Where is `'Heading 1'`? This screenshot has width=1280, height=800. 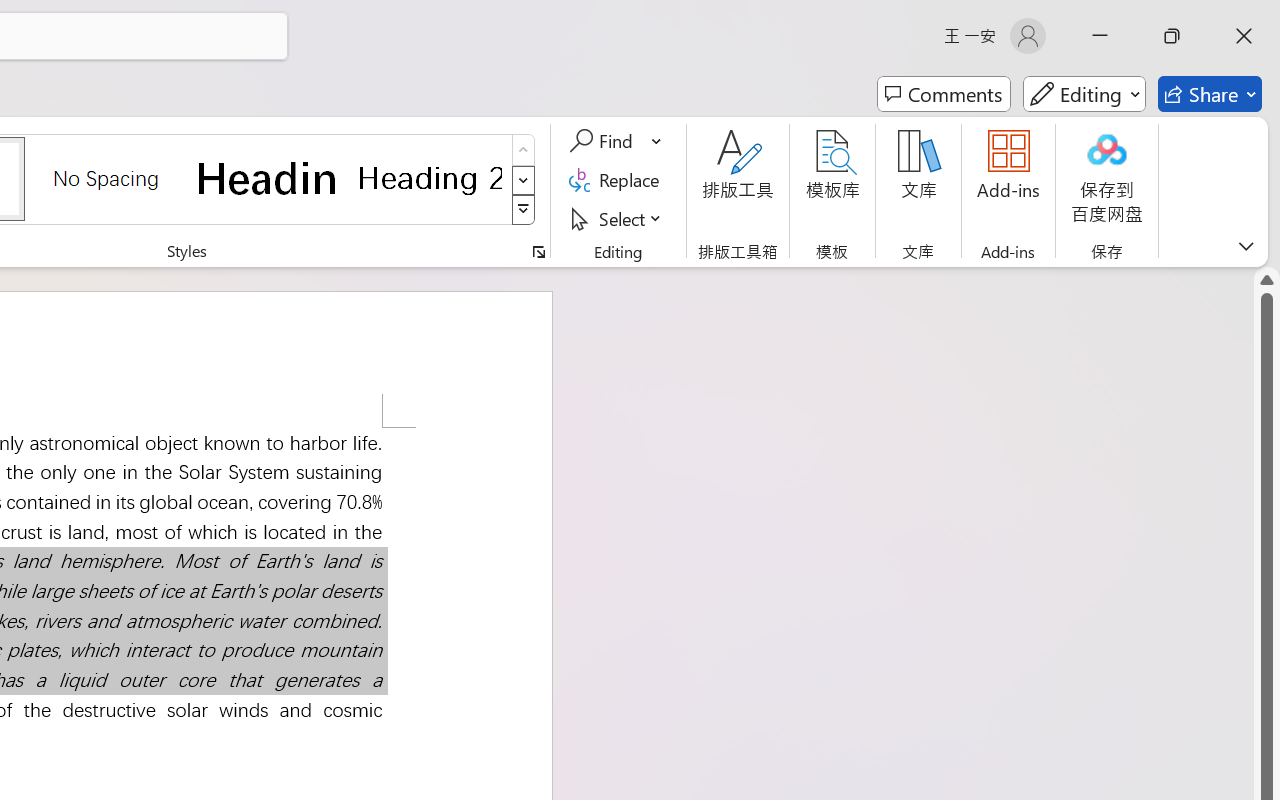
'Heading 1' is located at coordinates (267, 177).